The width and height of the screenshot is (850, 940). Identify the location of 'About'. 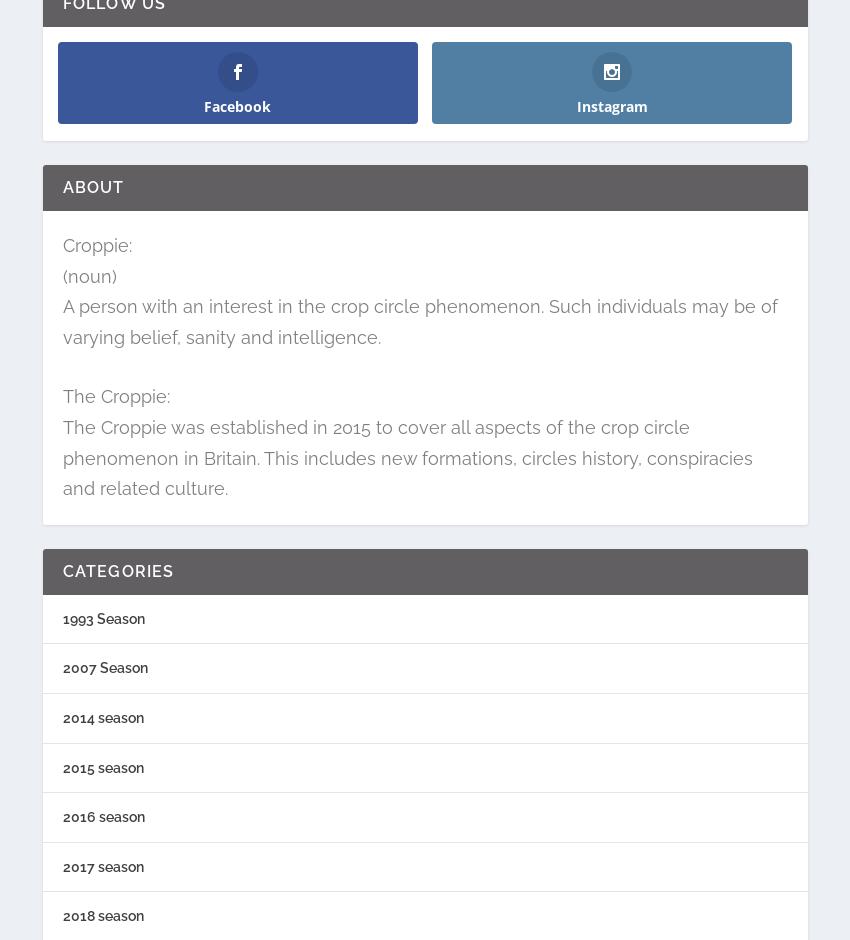
(91, 187).